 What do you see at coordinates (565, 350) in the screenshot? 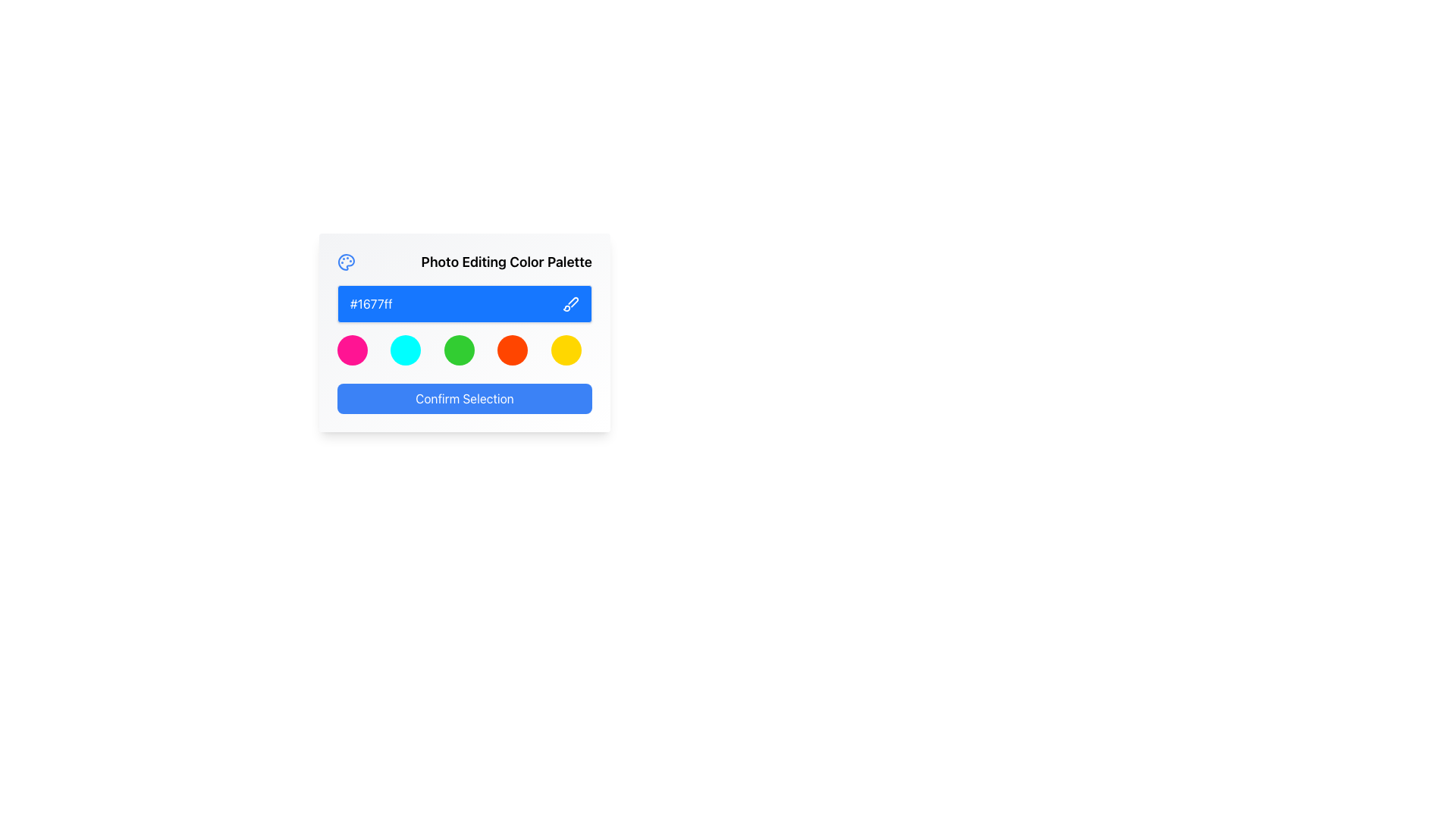
I see `the bright yellow color selection indicator, which is the fifth circle in a row of five colored circles` at bounding box center [565, 350].